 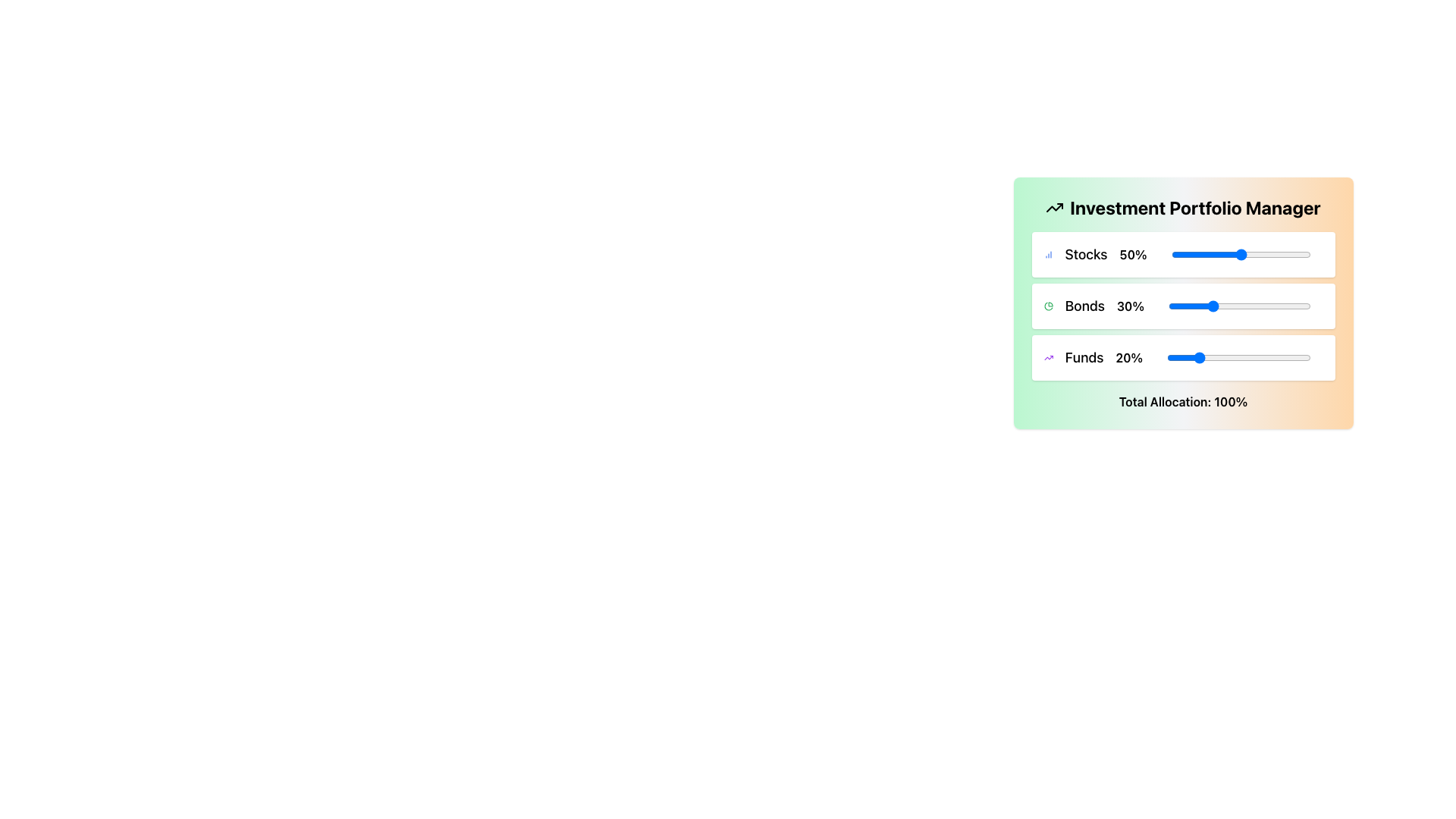 What do you see at coordinates (1238, 357) in the screenshot?
I see `the handle of the horizontal range slider located in the 'Funds 20%' row of the 'Investment Portfolio Manager'` at bounding box center [1238, 357].